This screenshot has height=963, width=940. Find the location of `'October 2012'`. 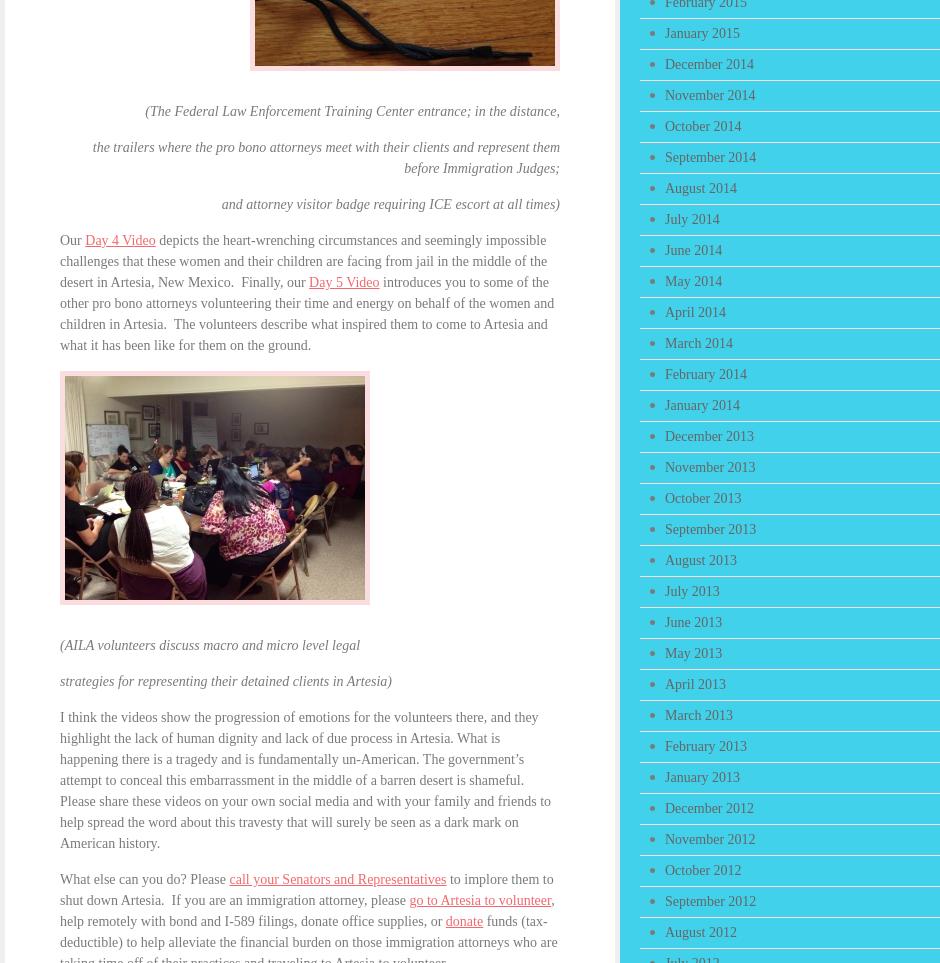

'October 2012' is located at coordinates (702, 870).